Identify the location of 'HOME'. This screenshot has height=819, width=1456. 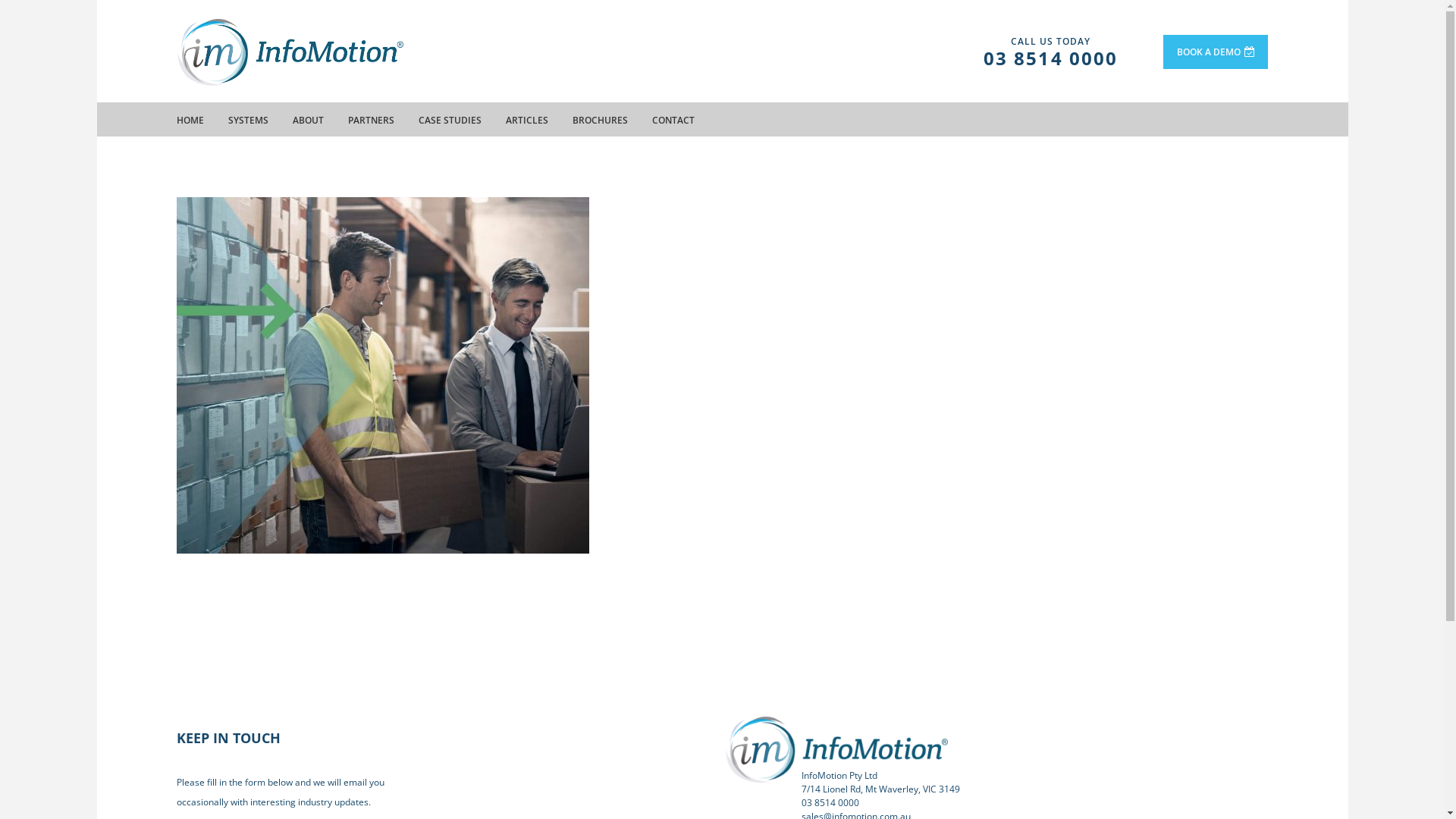
(188, 119).